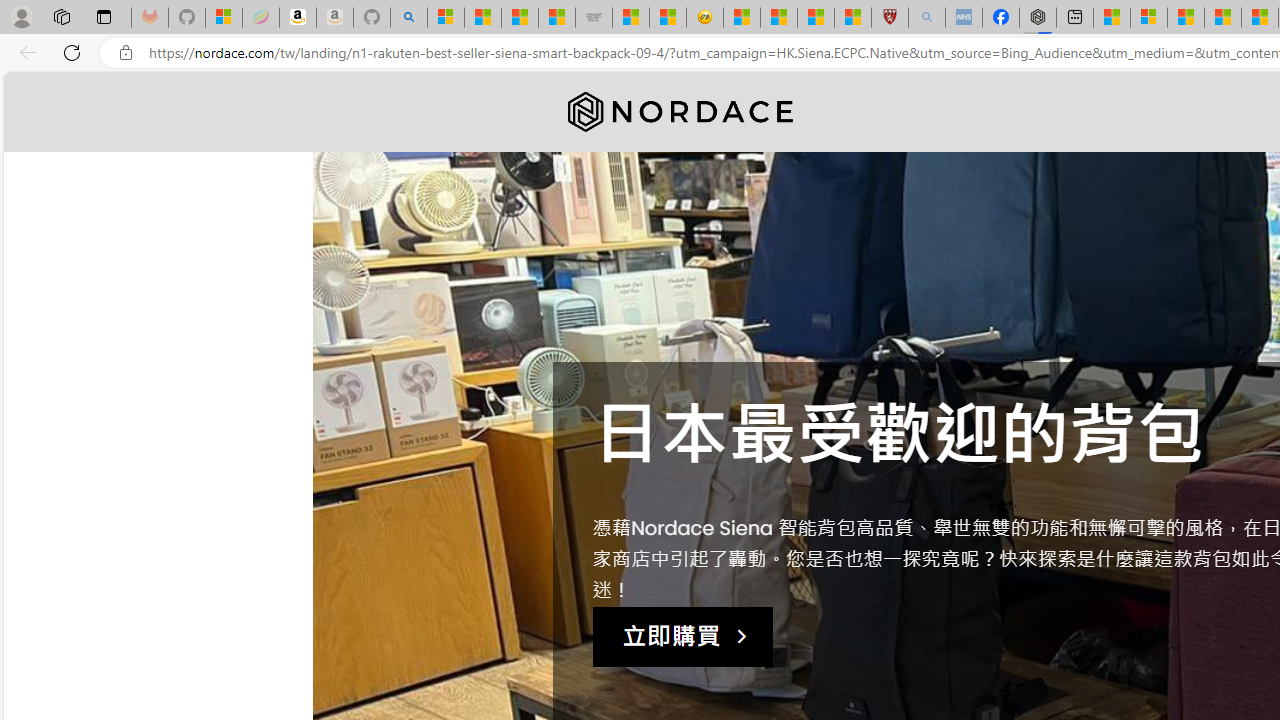 This screenshot has width=1280, height=720. Describe the element at coordinates (741, 17) in the screenshot. I see `'Recipes - MSN'` at that location.